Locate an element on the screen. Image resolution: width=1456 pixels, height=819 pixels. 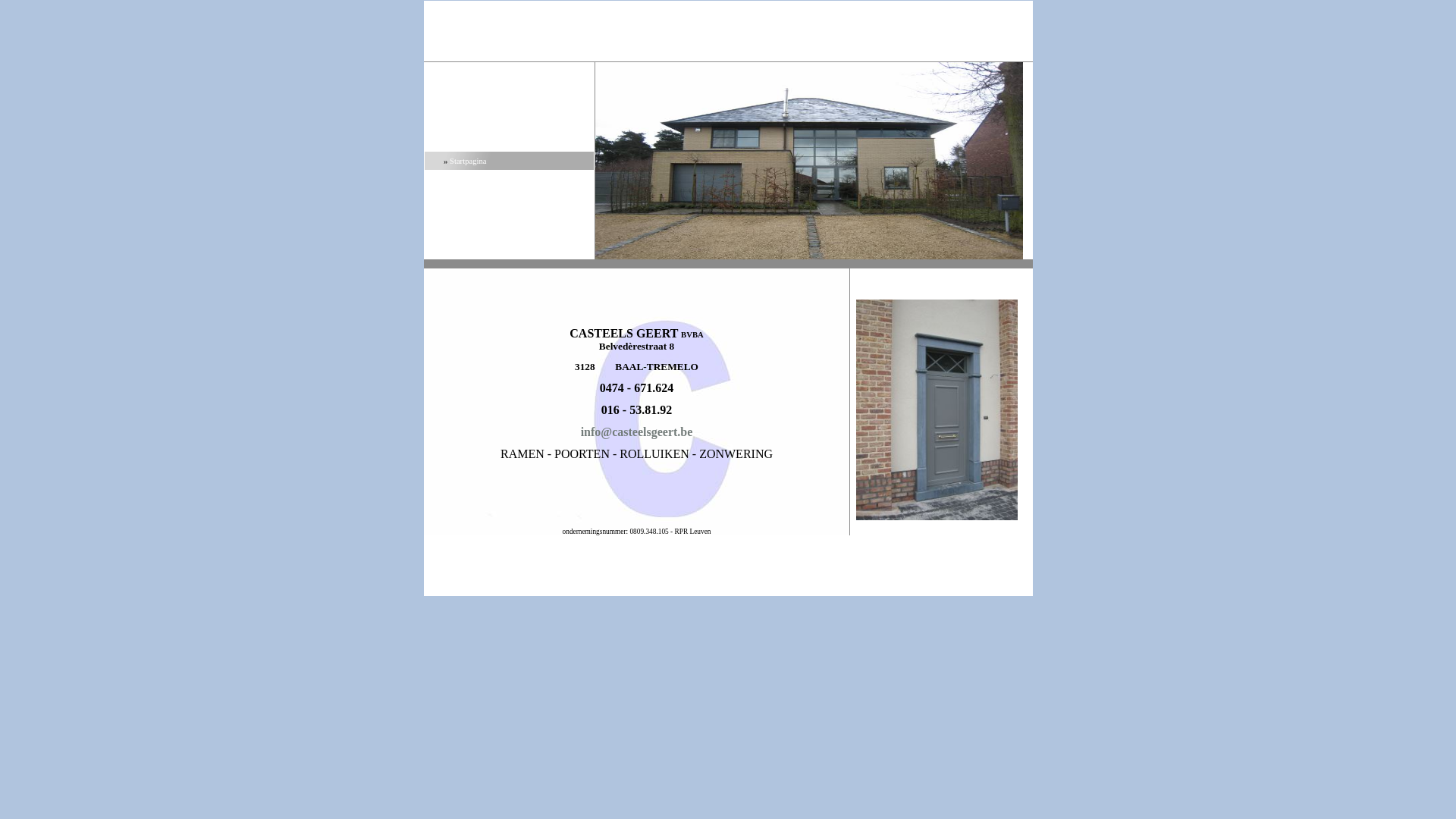
'Startpagina' is located at coordinates (467, 160).